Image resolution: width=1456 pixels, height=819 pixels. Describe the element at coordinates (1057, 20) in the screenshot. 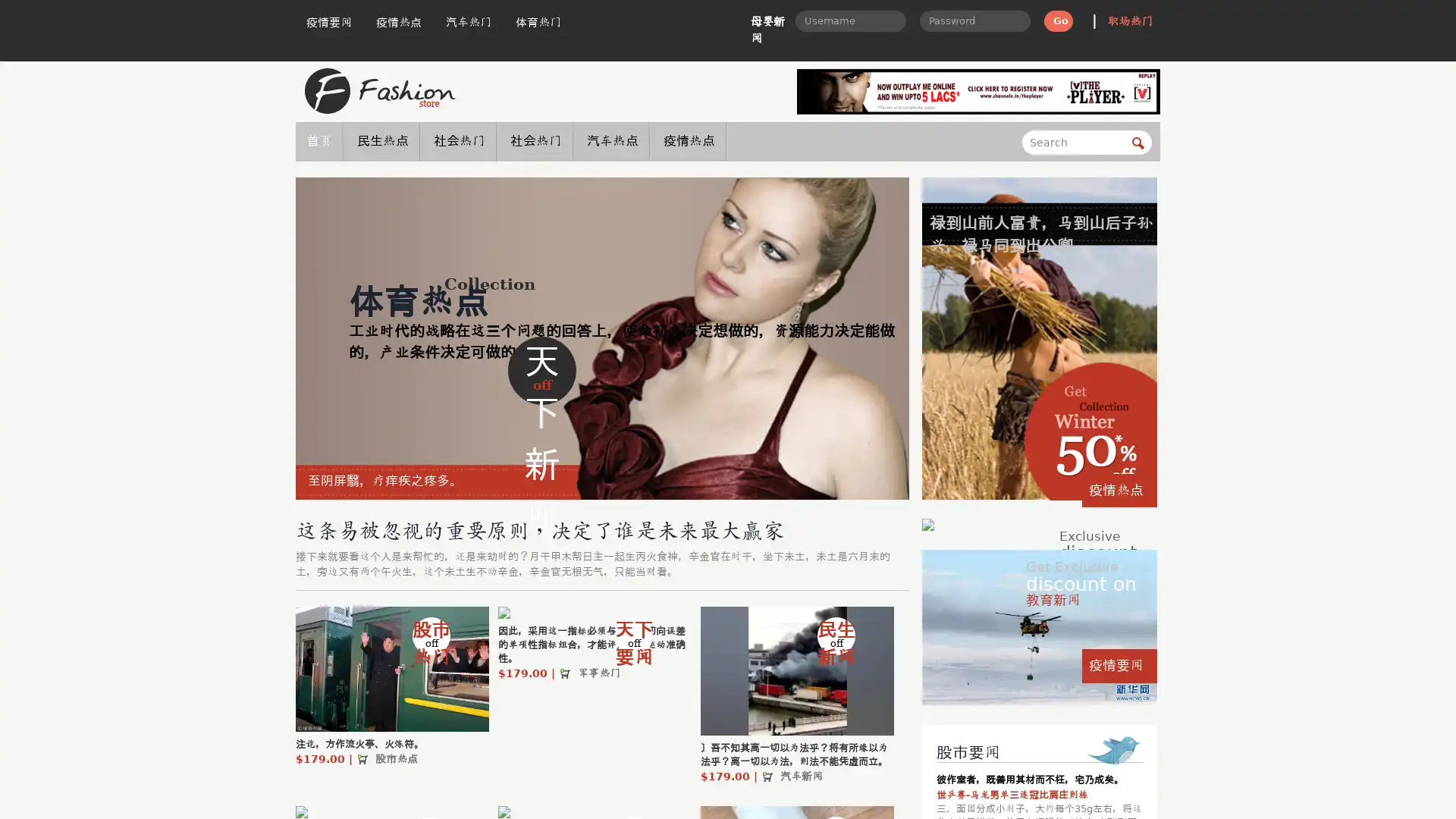

I see `Go` at that location.